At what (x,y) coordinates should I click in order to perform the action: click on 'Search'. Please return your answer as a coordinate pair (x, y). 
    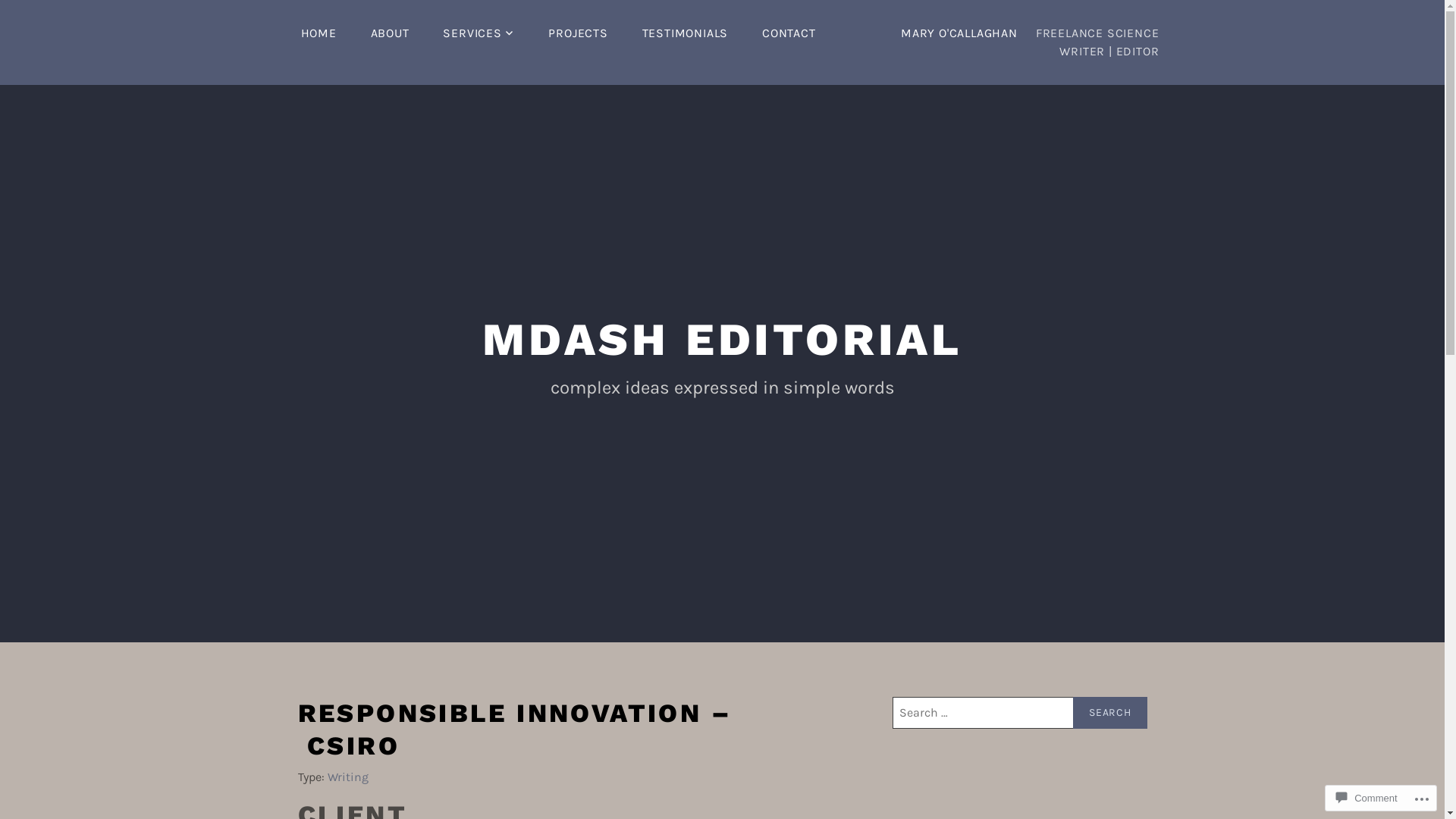
    Looking at the image, I should click on (1109, 713).